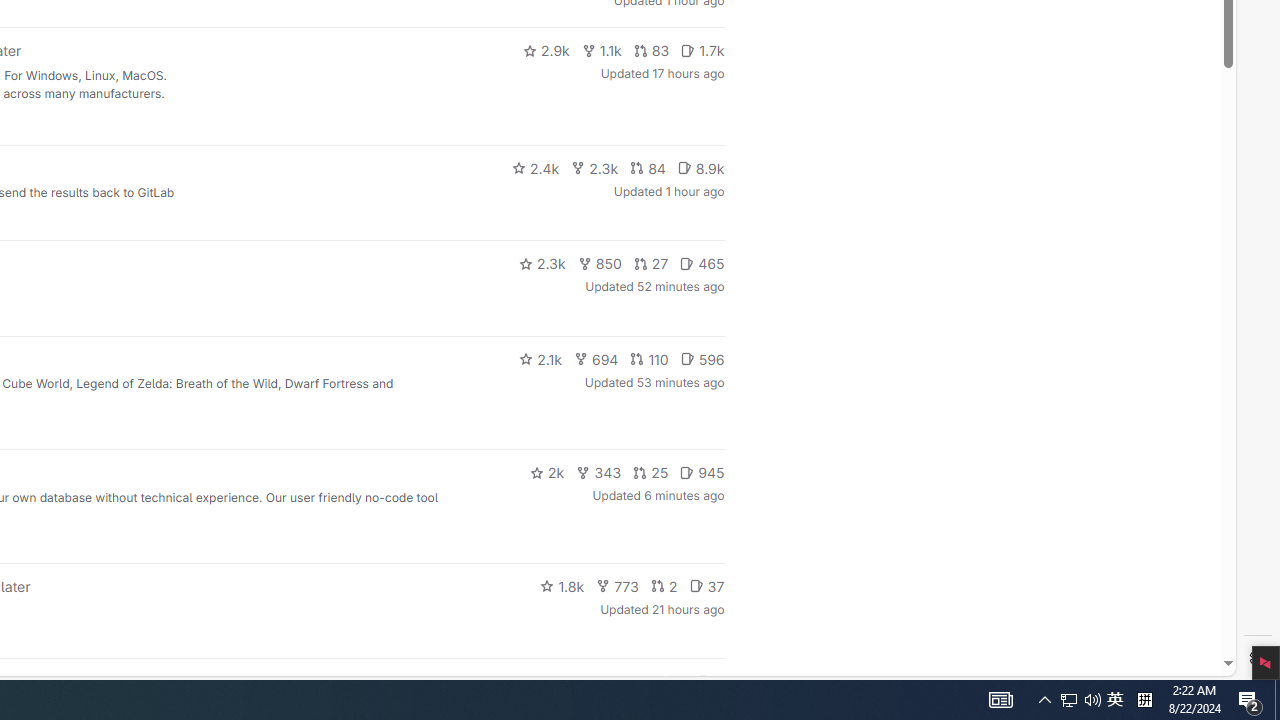  What do you see at coordinates (545, 50) in the screenshot?
I see `'2.9k'` at bounding box center [545, 50].